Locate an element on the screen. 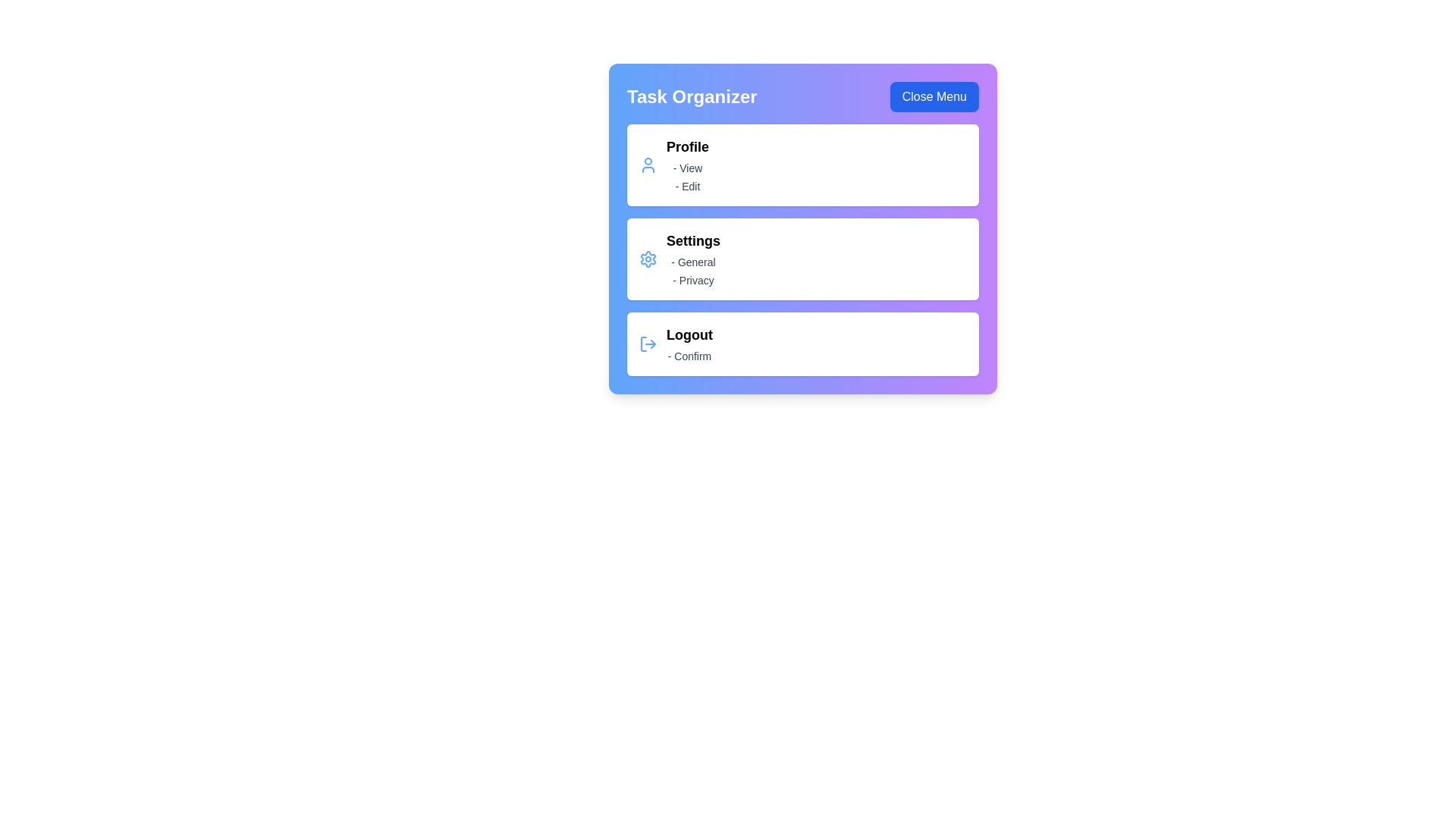  the menu item 'Logout' to observe hover effects is located at coordinates (802, 344).